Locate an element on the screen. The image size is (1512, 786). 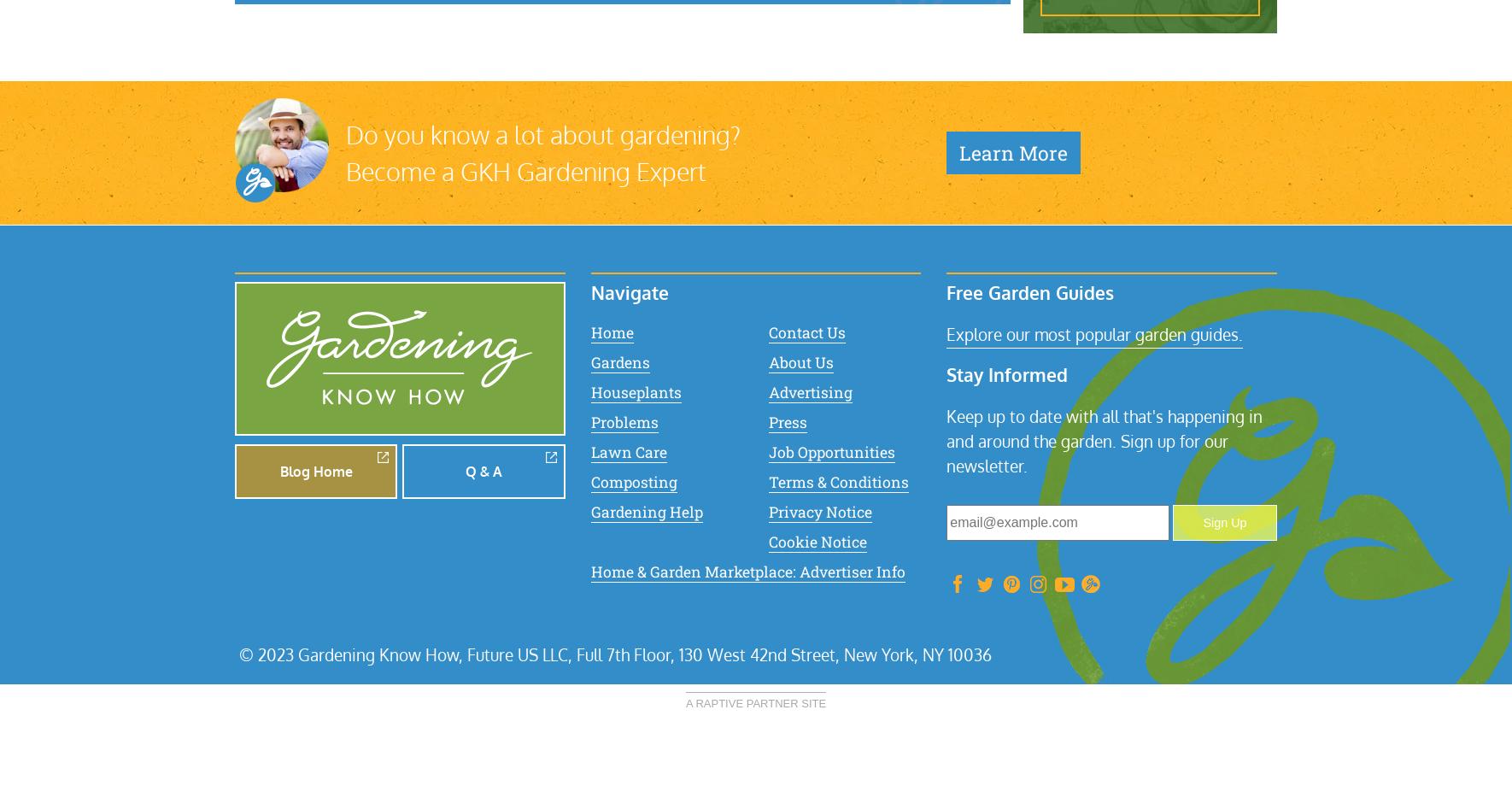
'Privacy Notice' is located at coordinates (818, 510).